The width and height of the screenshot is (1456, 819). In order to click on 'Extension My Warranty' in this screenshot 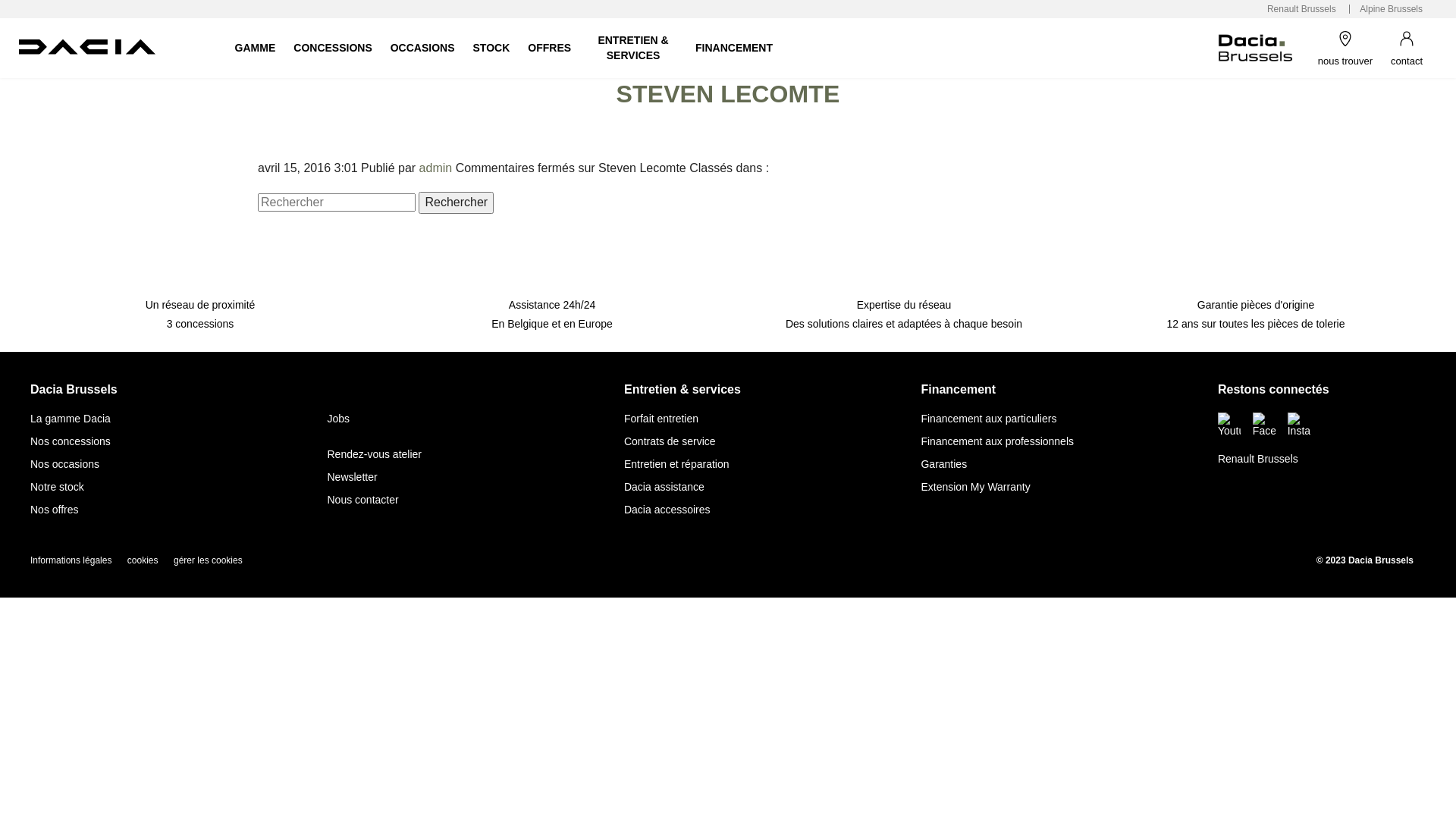, I will do `click(975, 486)`.